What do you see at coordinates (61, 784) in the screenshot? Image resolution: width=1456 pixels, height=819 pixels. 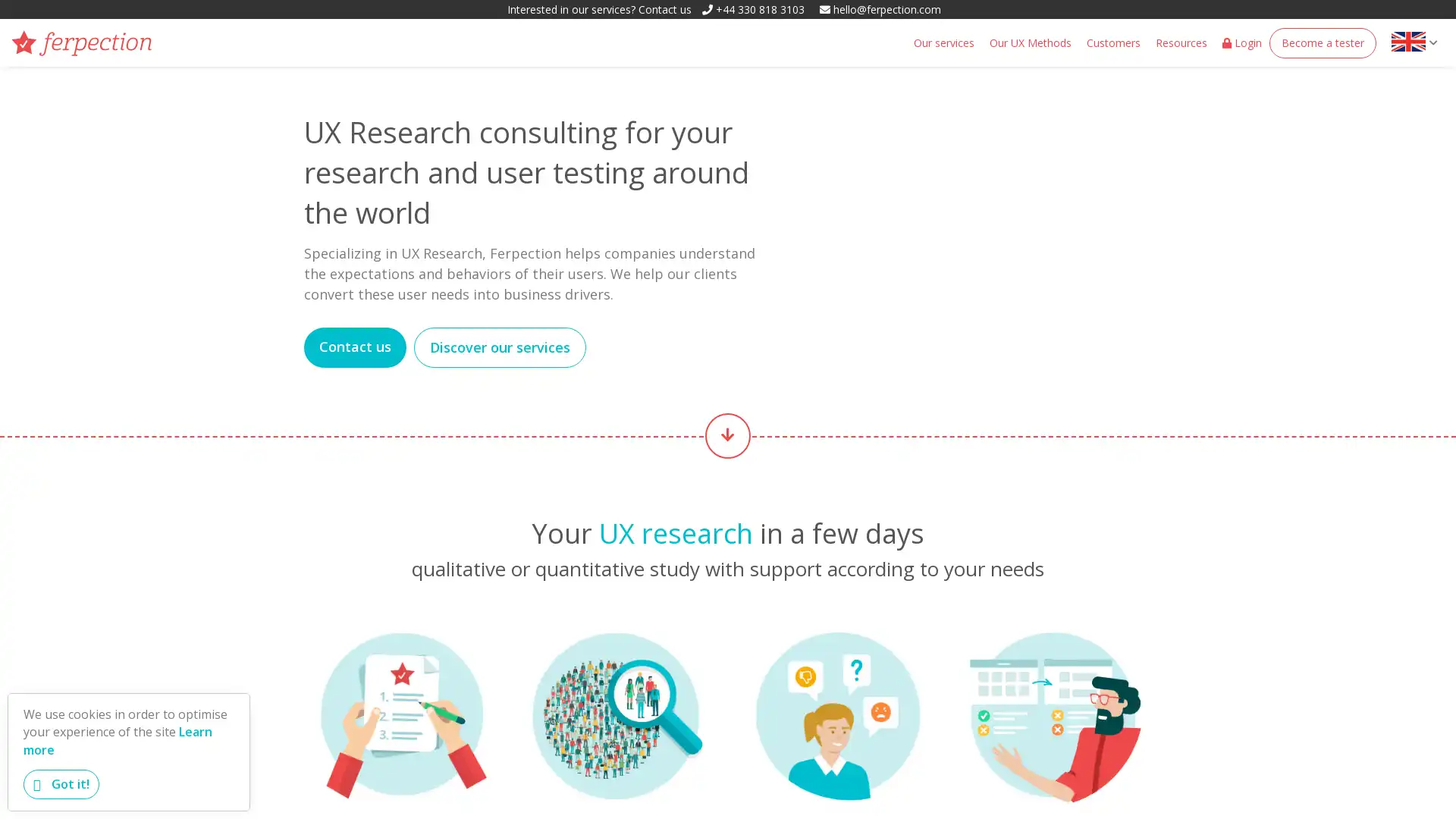 I see `dismiss cookie message` at bounding box center [61, 784].